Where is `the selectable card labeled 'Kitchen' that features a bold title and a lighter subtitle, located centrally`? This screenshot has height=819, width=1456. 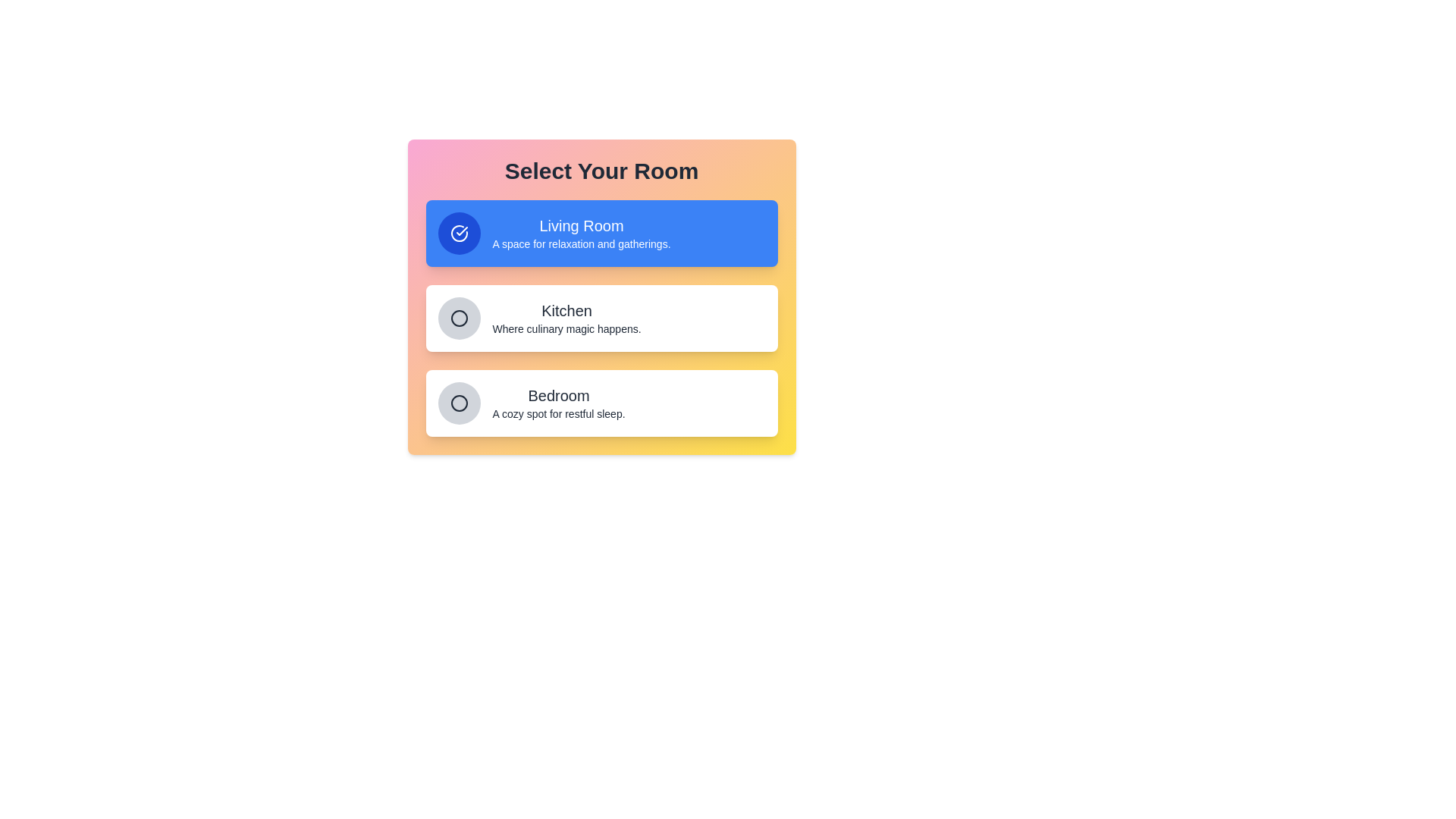
the selectable card labeled 'Kitchen' that features a bold title and a lighter subtitle, located centrally is located at coordinates (601, 318).